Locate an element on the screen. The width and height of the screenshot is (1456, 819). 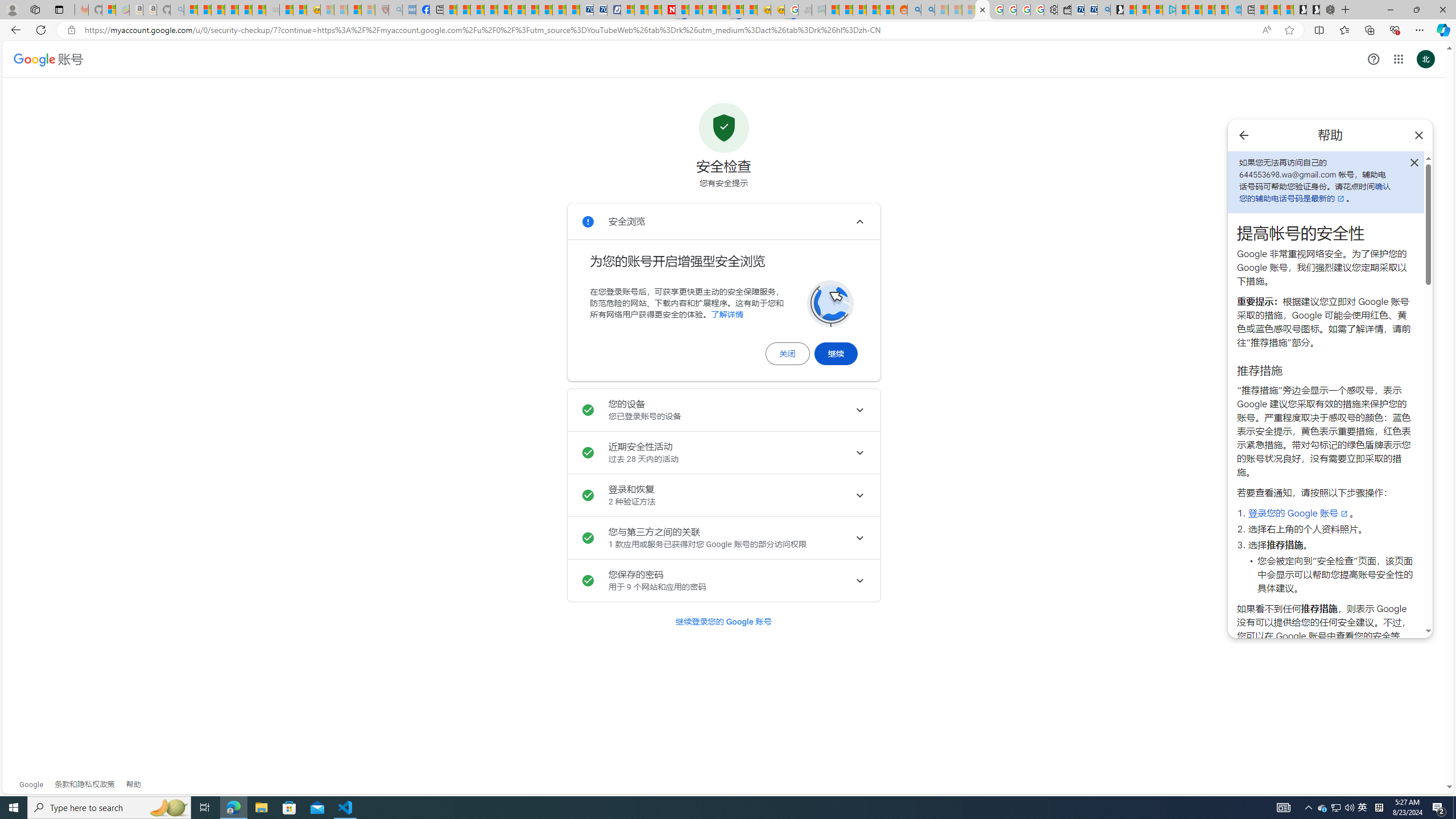
'14 Common Myths Debunked By Scientific Facts' is located at coordinates (695, 9).